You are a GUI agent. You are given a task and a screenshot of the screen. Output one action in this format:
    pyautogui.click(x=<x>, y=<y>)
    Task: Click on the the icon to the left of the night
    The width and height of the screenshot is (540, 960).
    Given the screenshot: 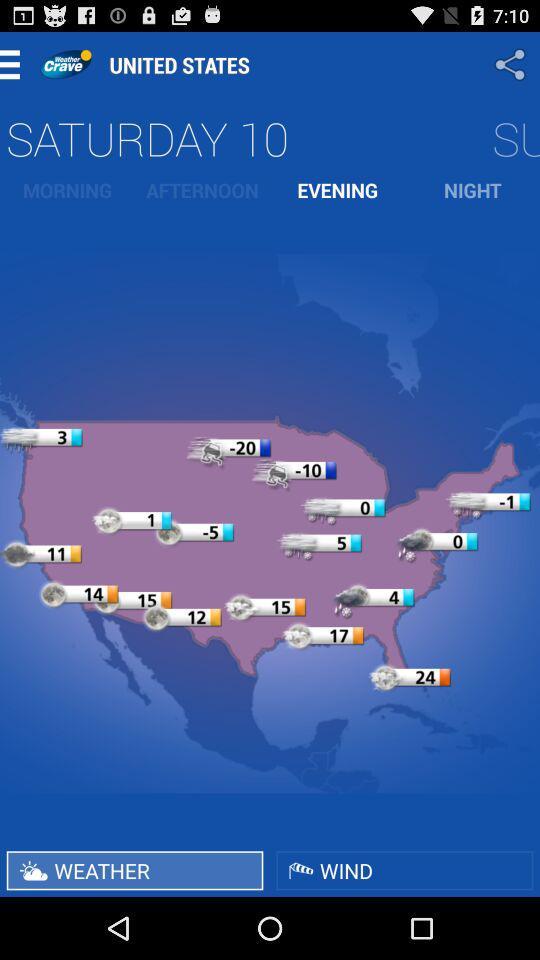 What is the action you would take?
    pyautogui.click(x=337, y=190)
    